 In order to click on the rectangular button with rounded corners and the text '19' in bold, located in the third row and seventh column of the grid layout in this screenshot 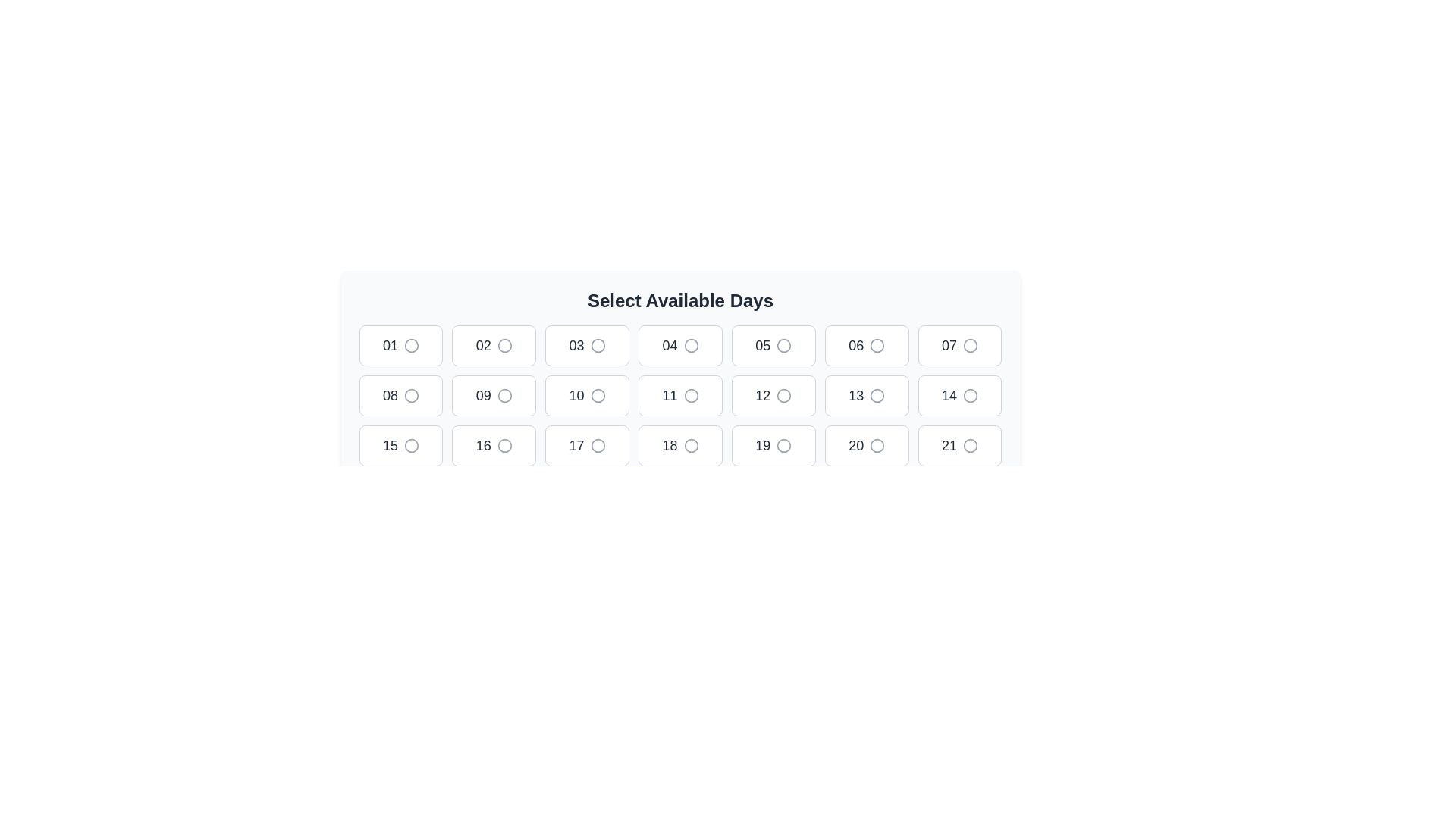, I will do `click(773, 444)`.